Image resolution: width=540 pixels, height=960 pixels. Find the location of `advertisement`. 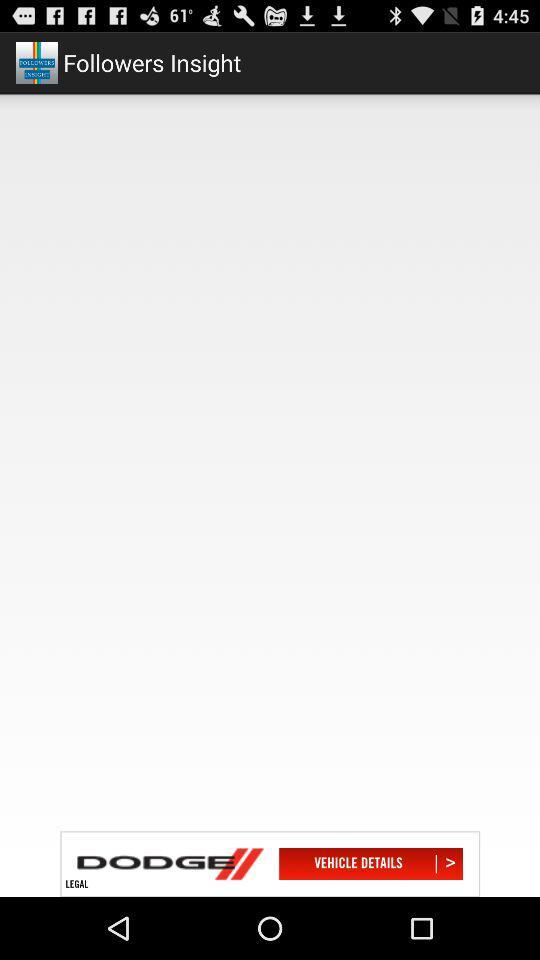

advertisement is located at coordinates (270, 863).